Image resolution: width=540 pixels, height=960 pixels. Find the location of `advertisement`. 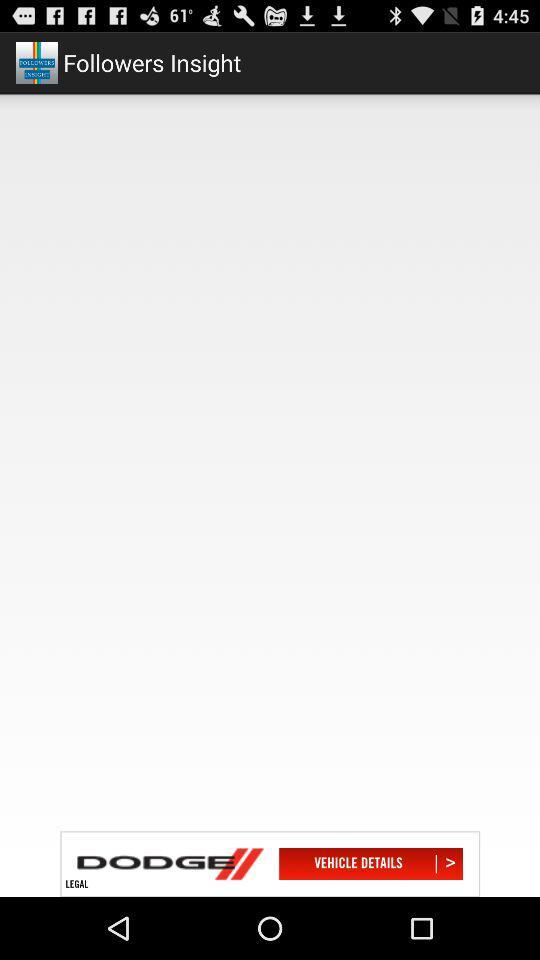

advertisement is located at coordinates (270, 863).